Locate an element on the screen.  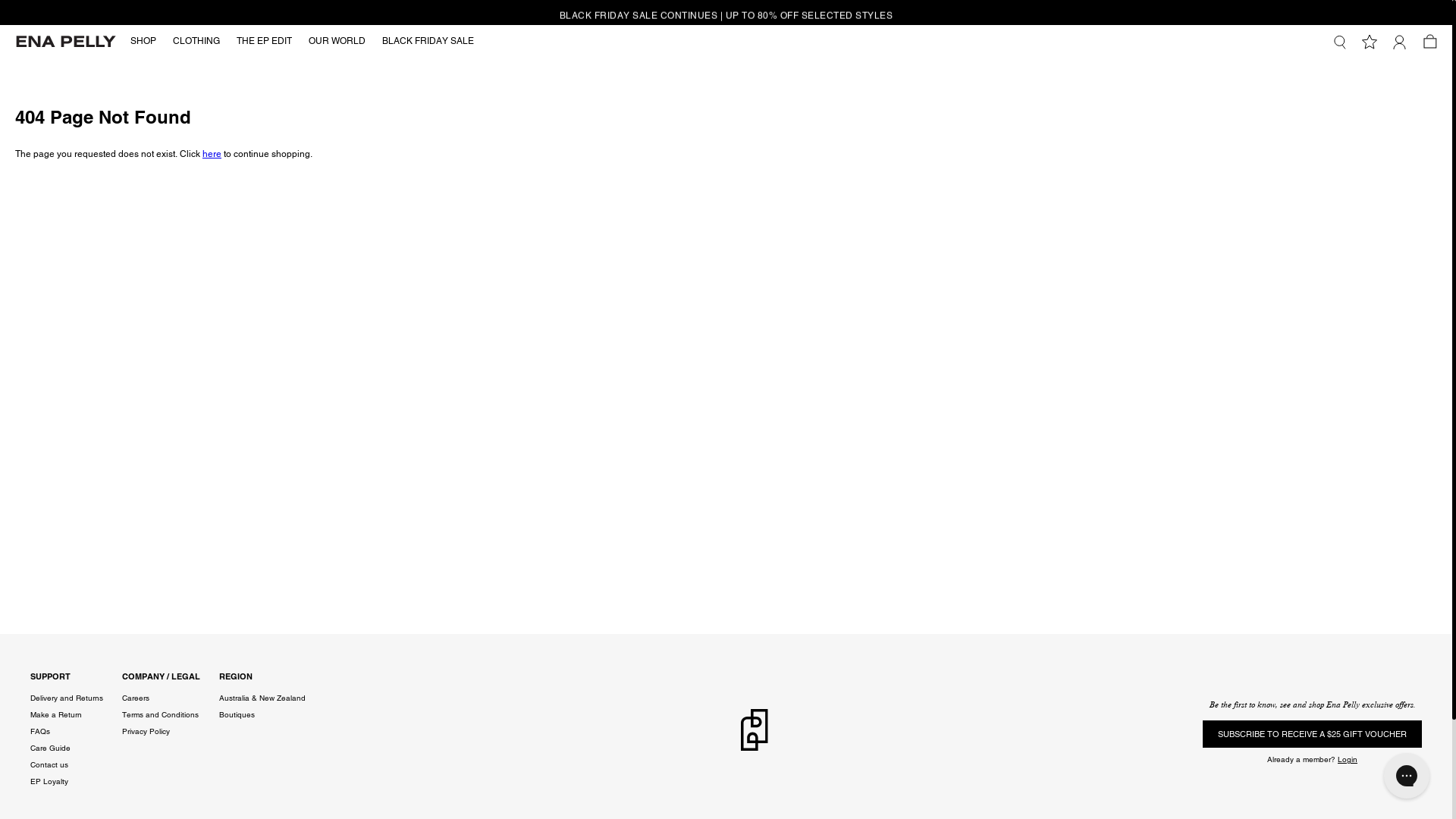
'here' is located at coordinates (202, 154).